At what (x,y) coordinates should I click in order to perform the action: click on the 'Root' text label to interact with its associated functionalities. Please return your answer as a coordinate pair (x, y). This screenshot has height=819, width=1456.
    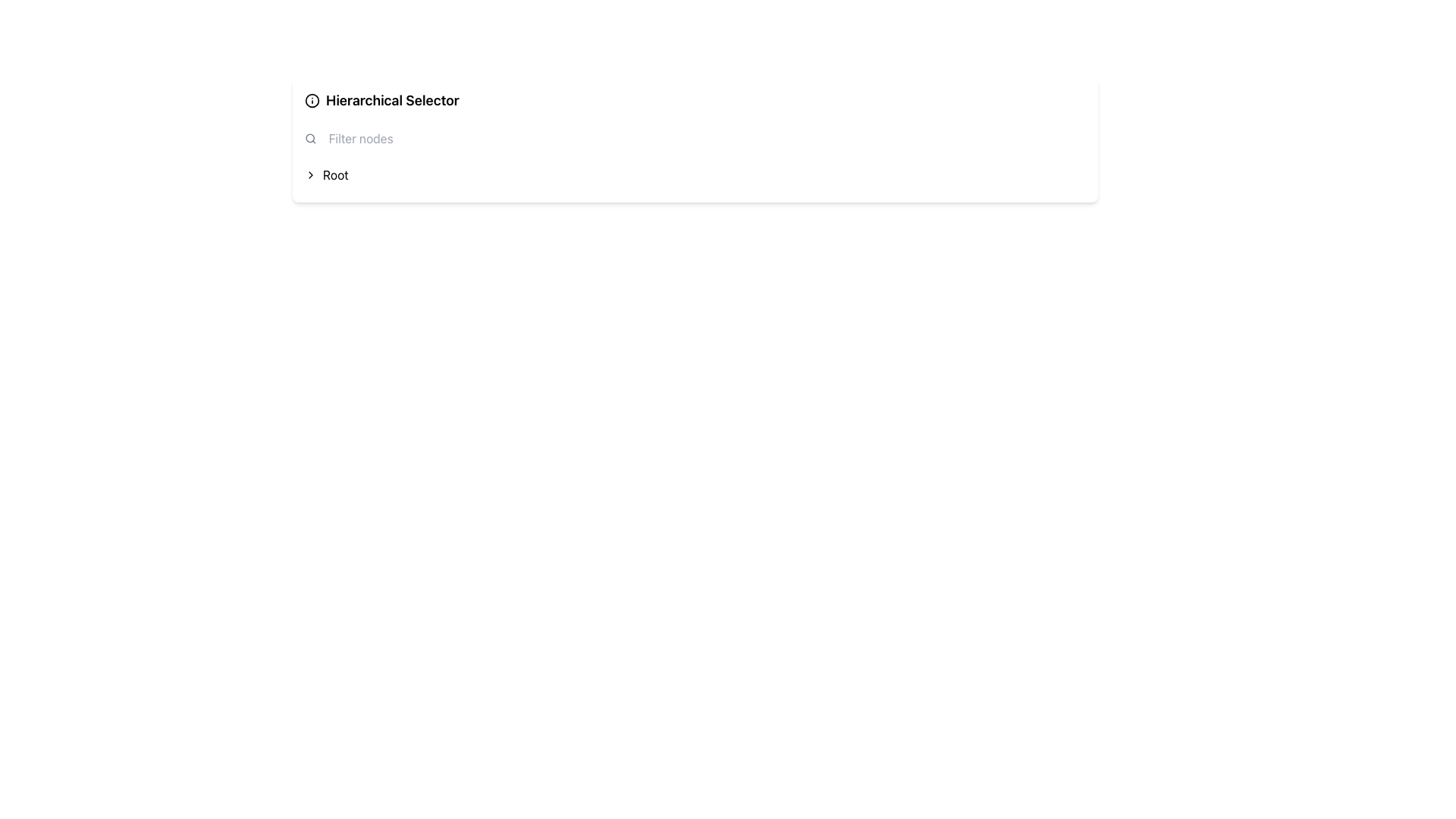
    Looking at the image, I should click on (334, 174).